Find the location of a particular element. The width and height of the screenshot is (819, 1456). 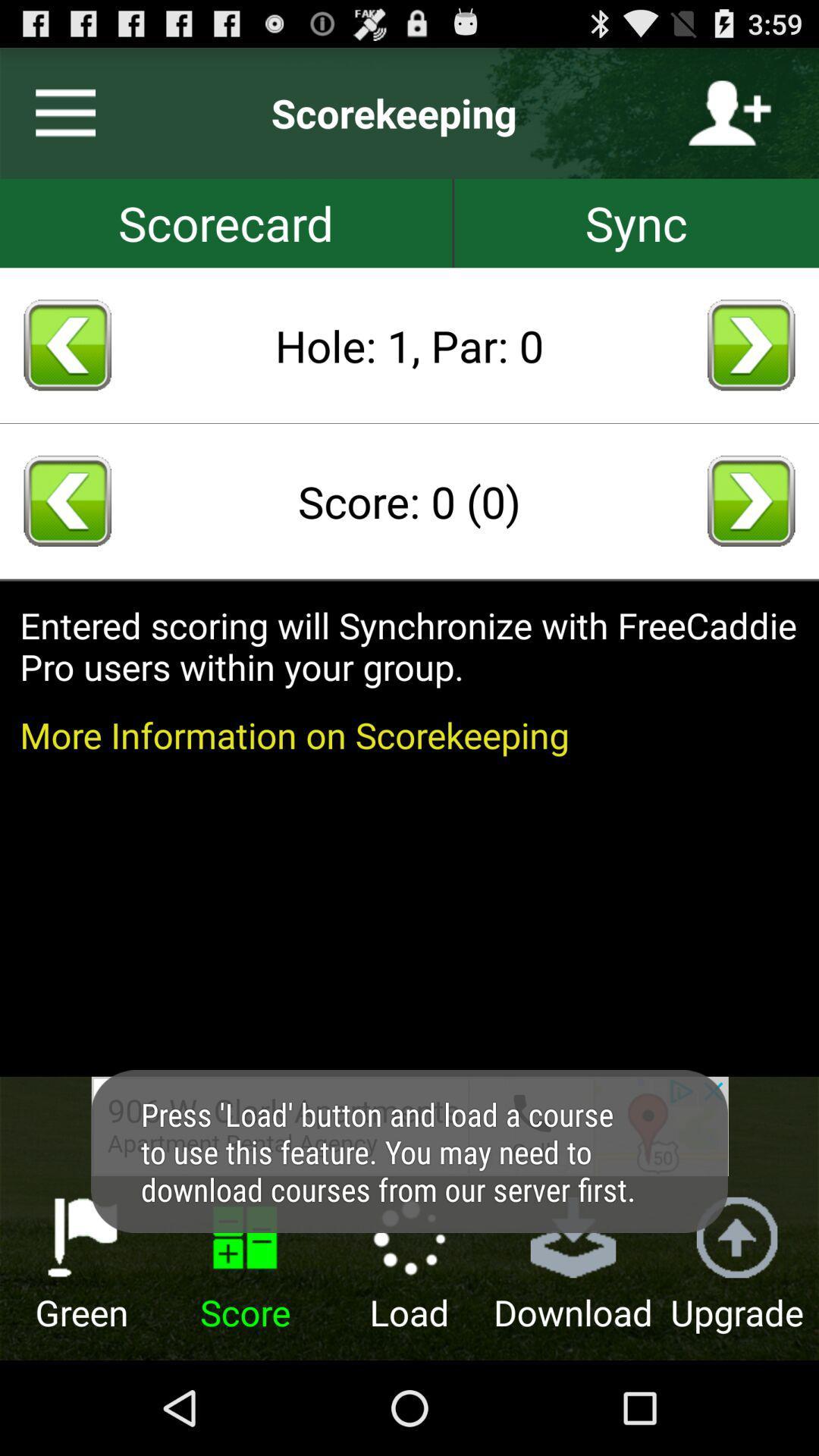

advertisement is located at coordinates (409, 1126).